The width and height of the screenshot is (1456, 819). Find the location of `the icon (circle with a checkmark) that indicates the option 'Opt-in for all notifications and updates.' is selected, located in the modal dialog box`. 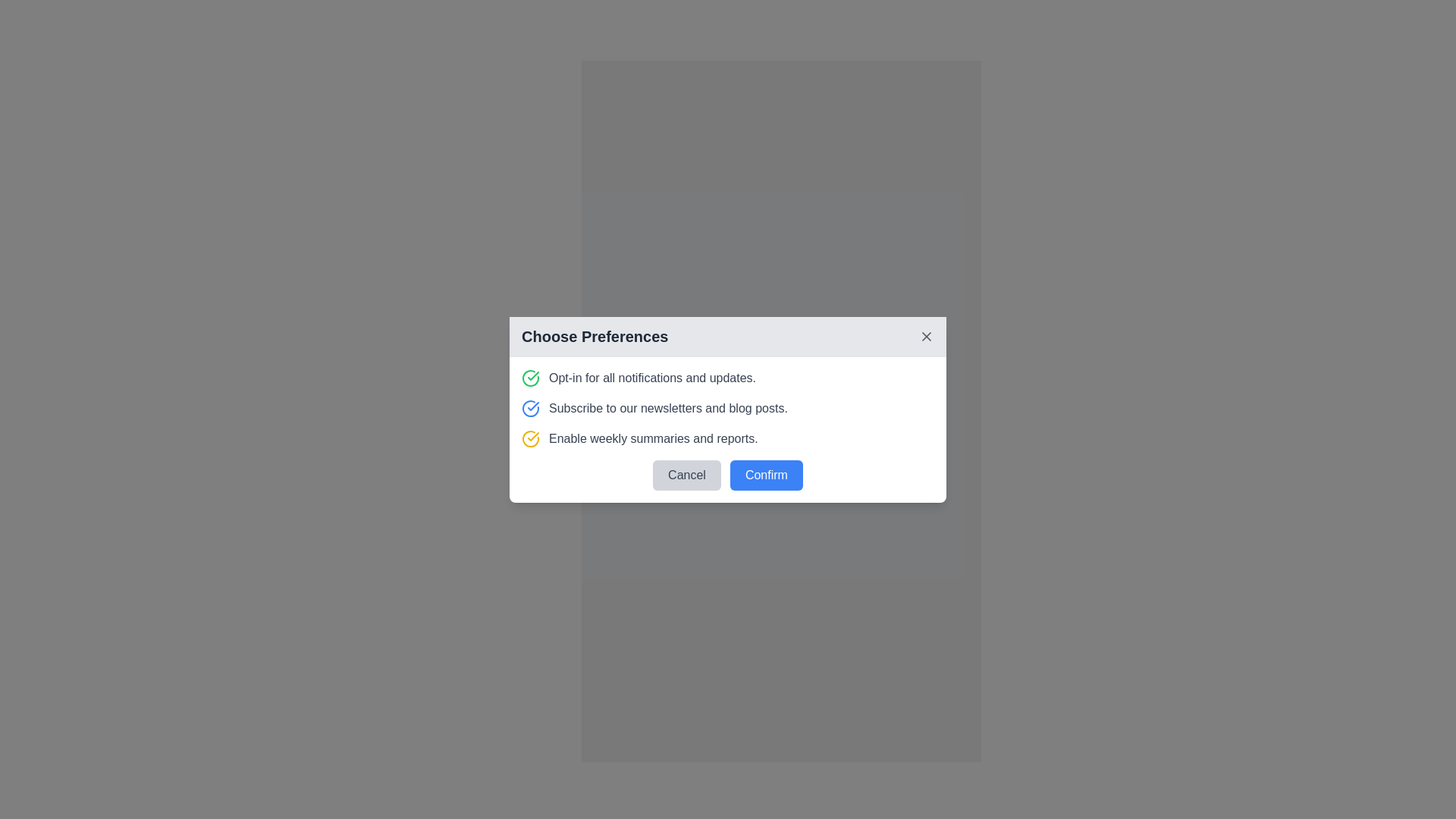

the icon (circle with a checkmark) that indicates the option 'Opt-in for all notifications and updates.' is selected, located in the modal dialog box is located at coordinates (531, 376).